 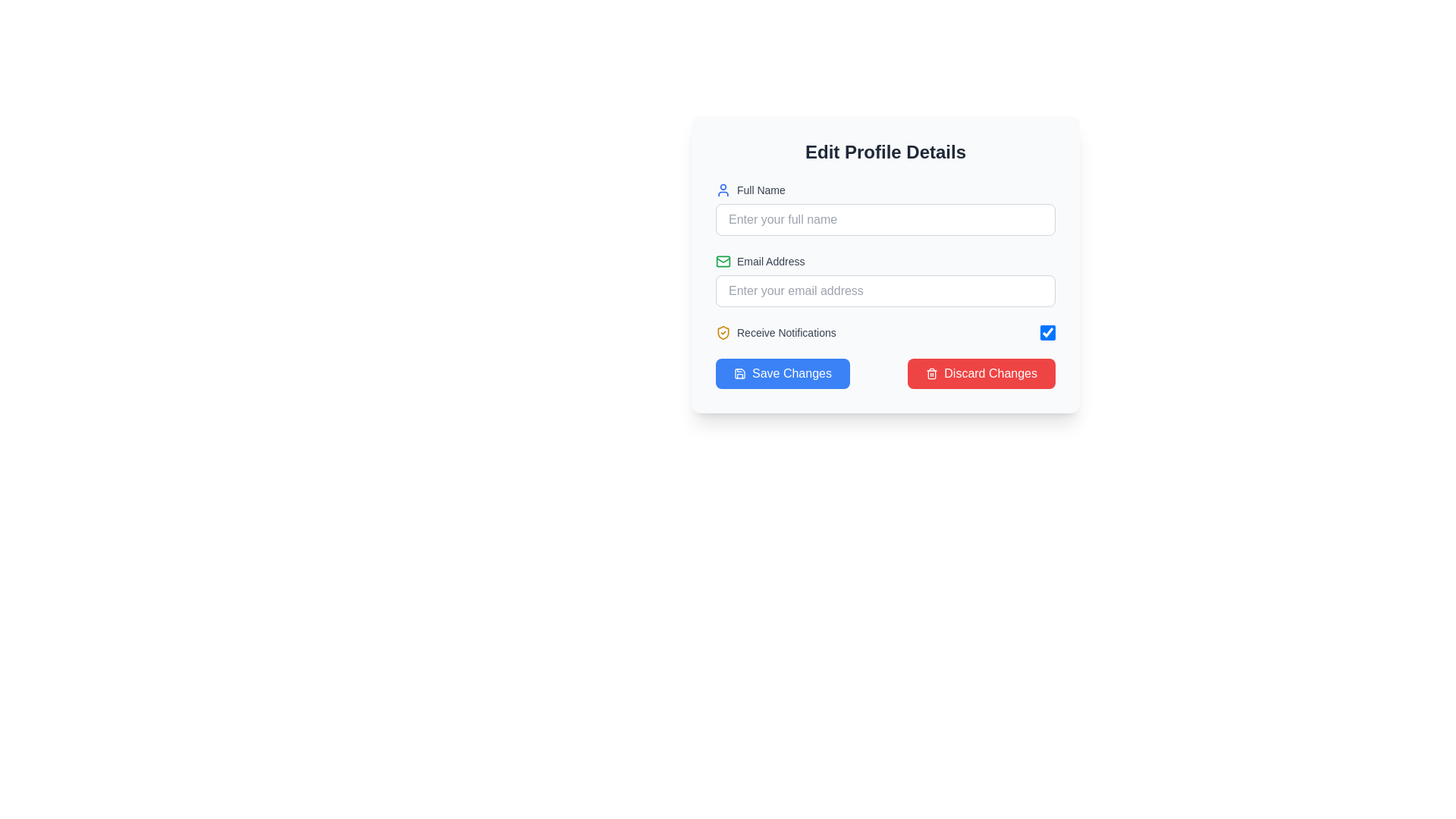 What do you see at coordinates (739, 374) in the screenshot?
I see `the 'Save Changes' button, which contains the icon that visually reinforces the button's action` at bounding box center [739, 374].